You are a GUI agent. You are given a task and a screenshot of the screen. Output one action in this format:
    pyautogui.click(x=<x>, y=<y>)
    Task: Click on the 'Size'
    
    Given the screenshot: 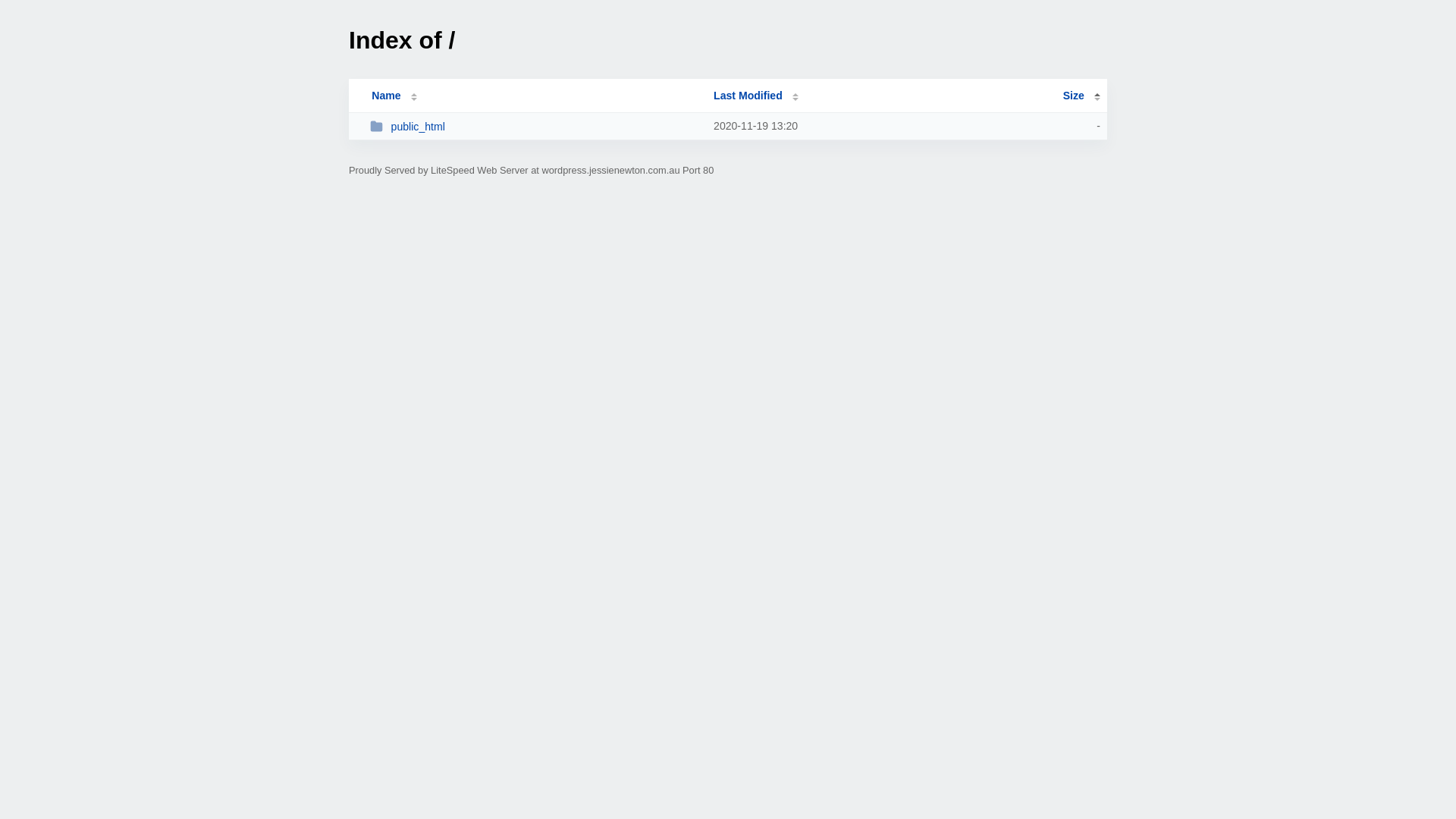 What is the action you would take?
    pyautogui.click(x=1062, y=96)
    